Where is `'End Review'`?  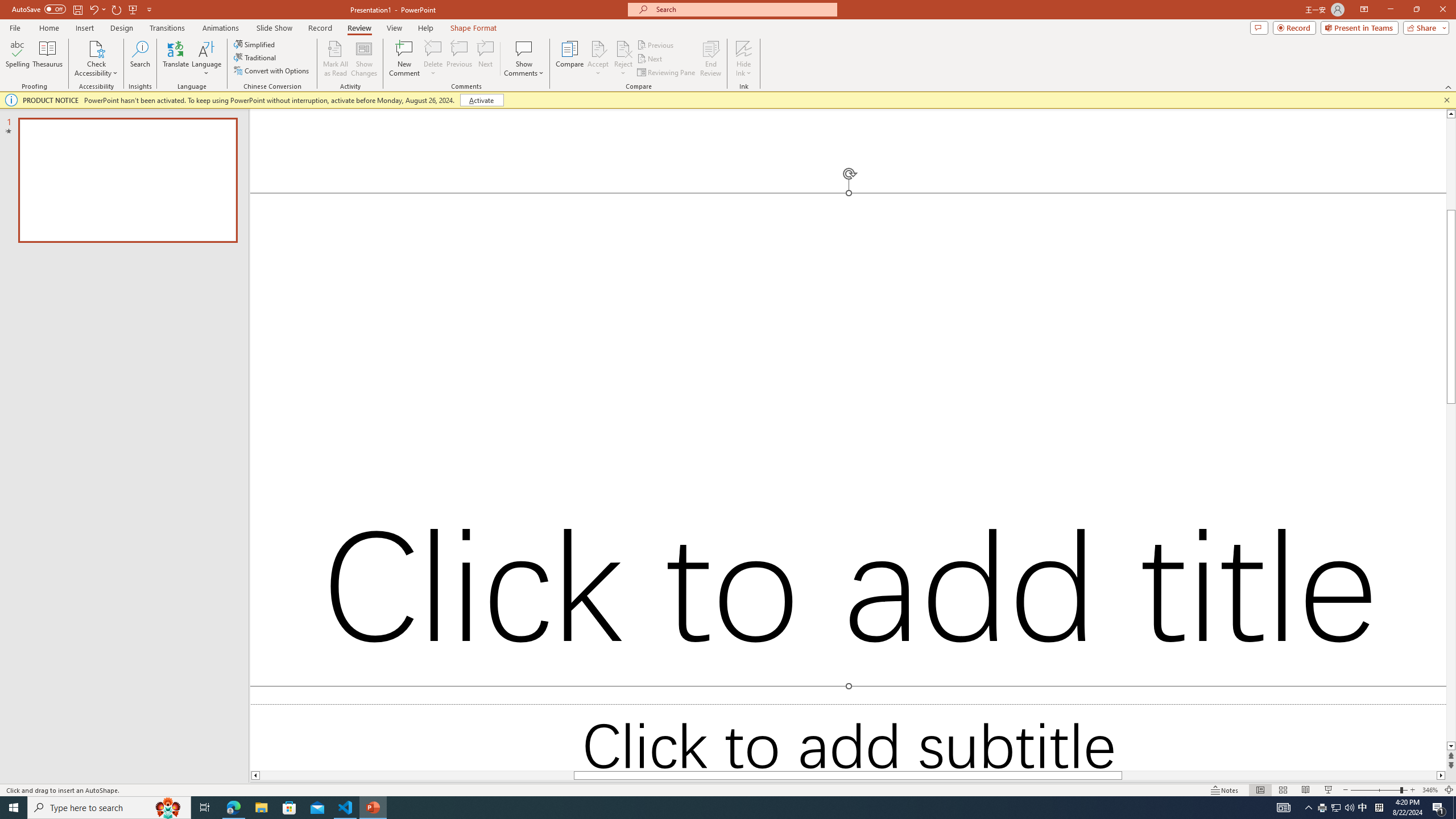
'End Review' is located at coordinates (710, 59).